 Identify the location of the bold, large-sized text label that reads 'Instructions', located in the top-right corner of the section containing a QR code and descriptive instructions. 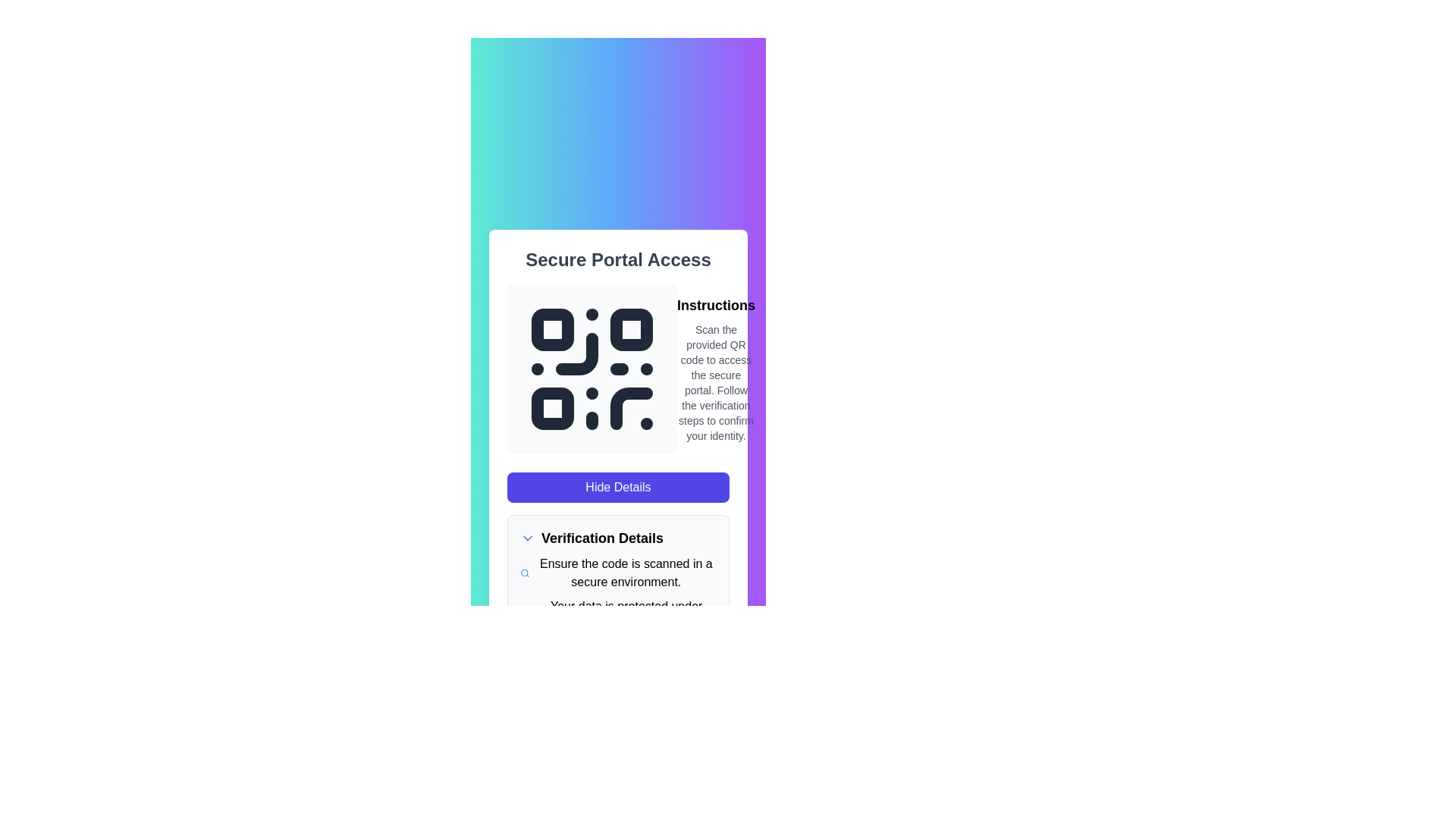
(715, 305).